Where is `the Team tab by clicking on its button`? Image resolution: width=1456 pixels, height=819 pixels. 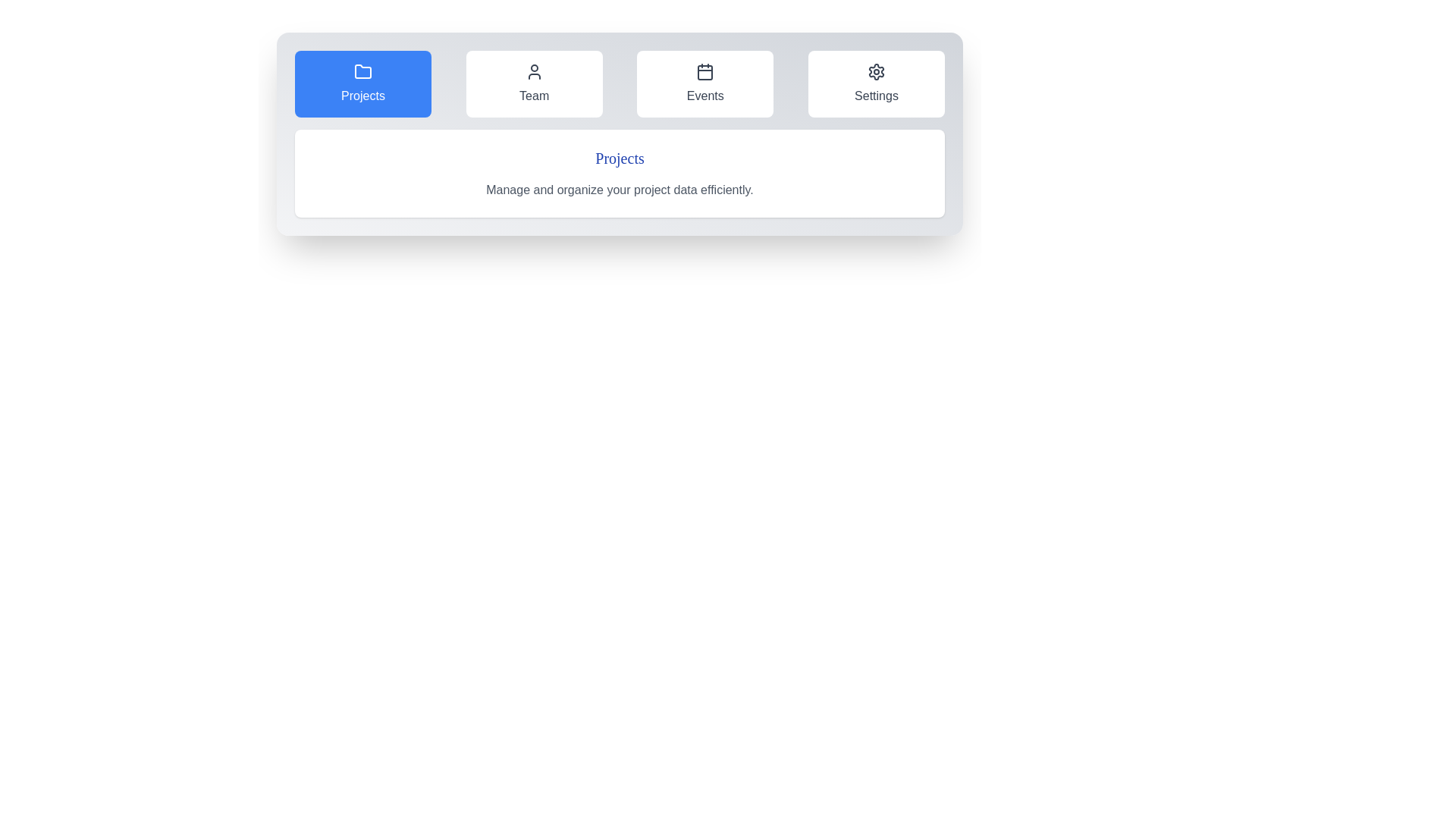
the Team tab by clicking on its button is located at coordinates (534, 84).